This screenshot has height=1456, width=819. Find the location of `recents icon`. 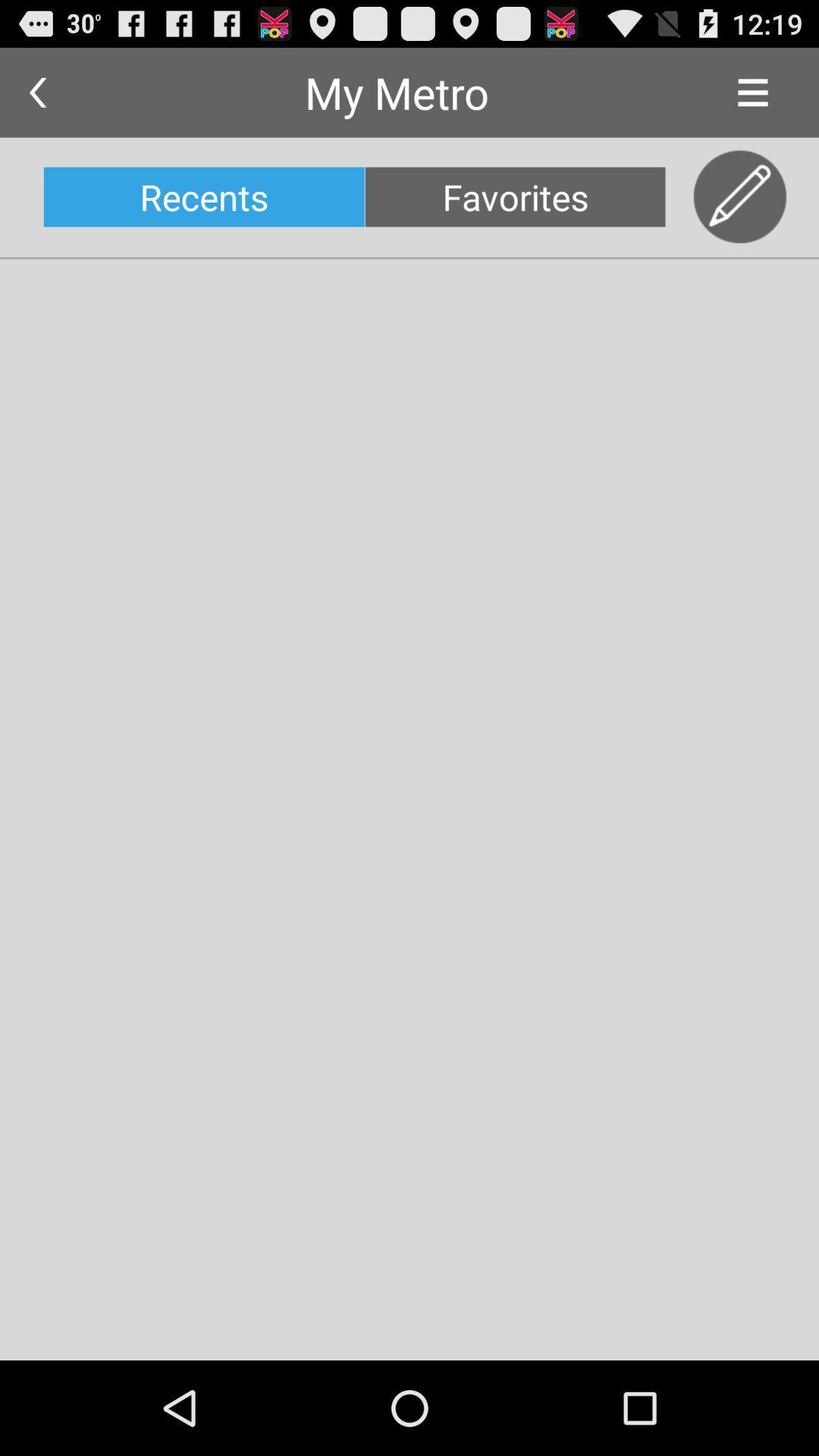

recents icon is located at coordinates (203, 196).